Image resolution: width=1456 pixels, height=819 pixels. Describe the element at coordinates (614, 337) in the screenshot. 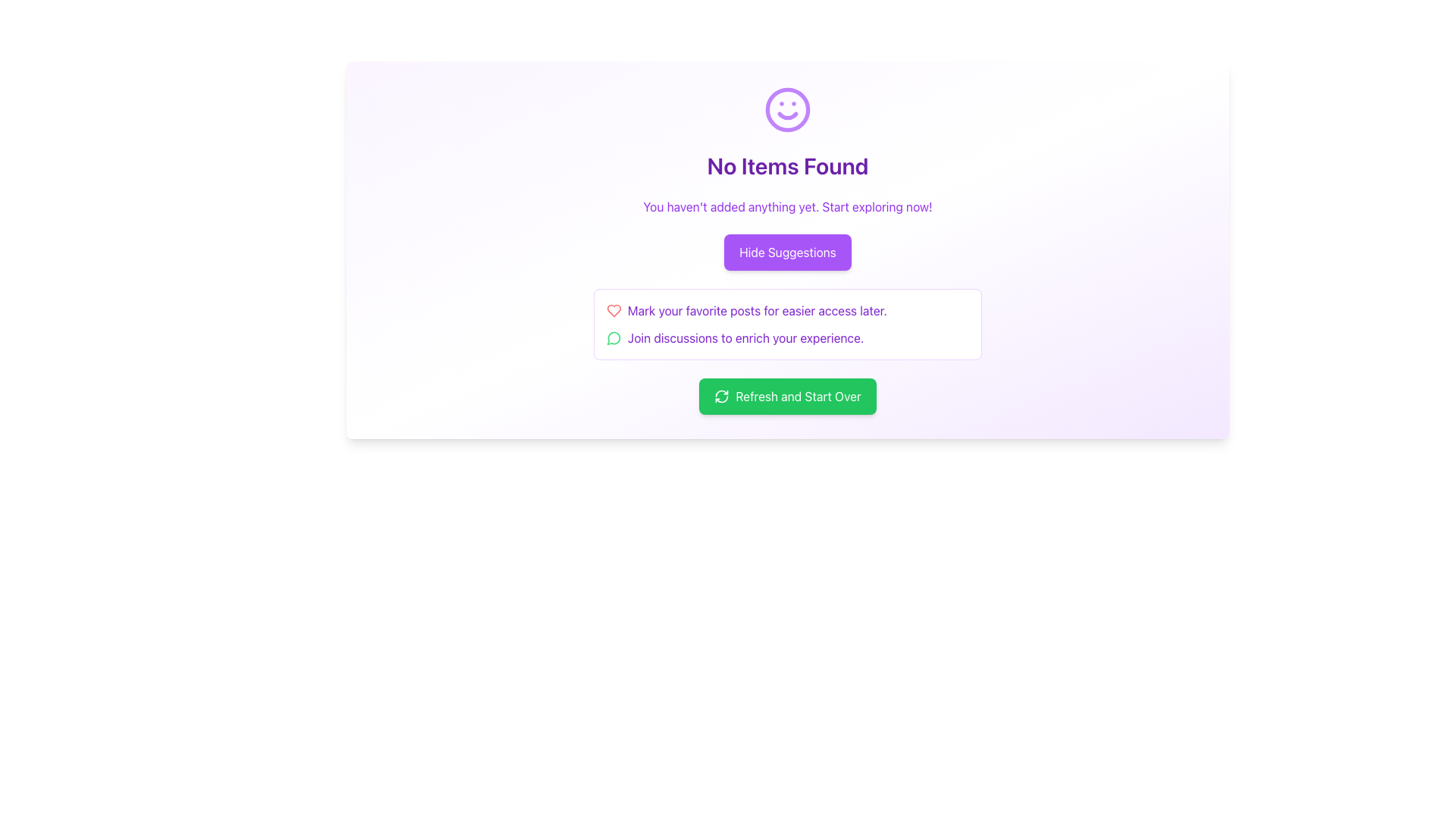

I see `the icon located to the left of the text 'Join discussions to enrich your experience.' in the highlighted section near the bottom-center of the interface` at that location.